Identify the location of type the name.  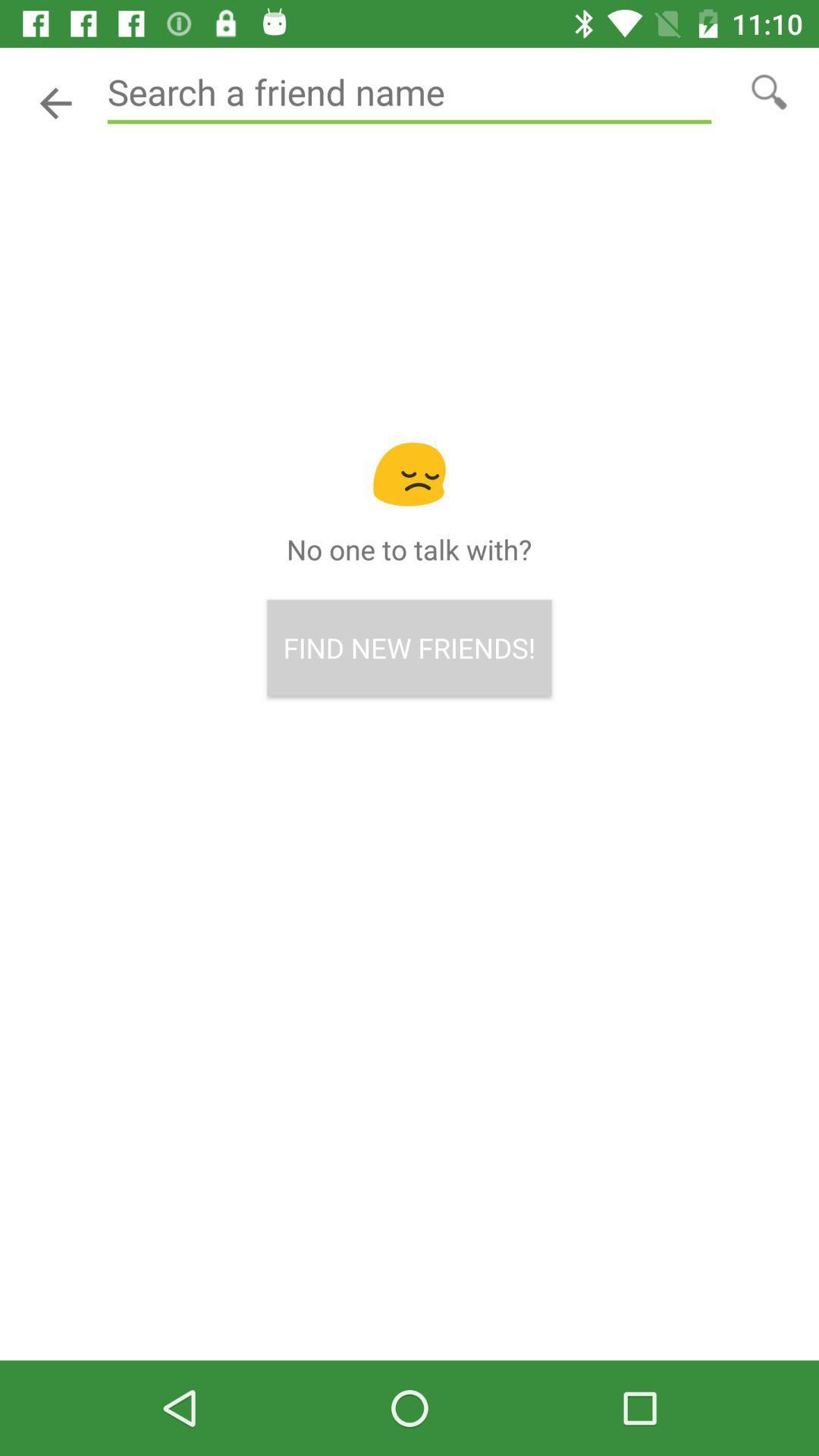
(409, 92).